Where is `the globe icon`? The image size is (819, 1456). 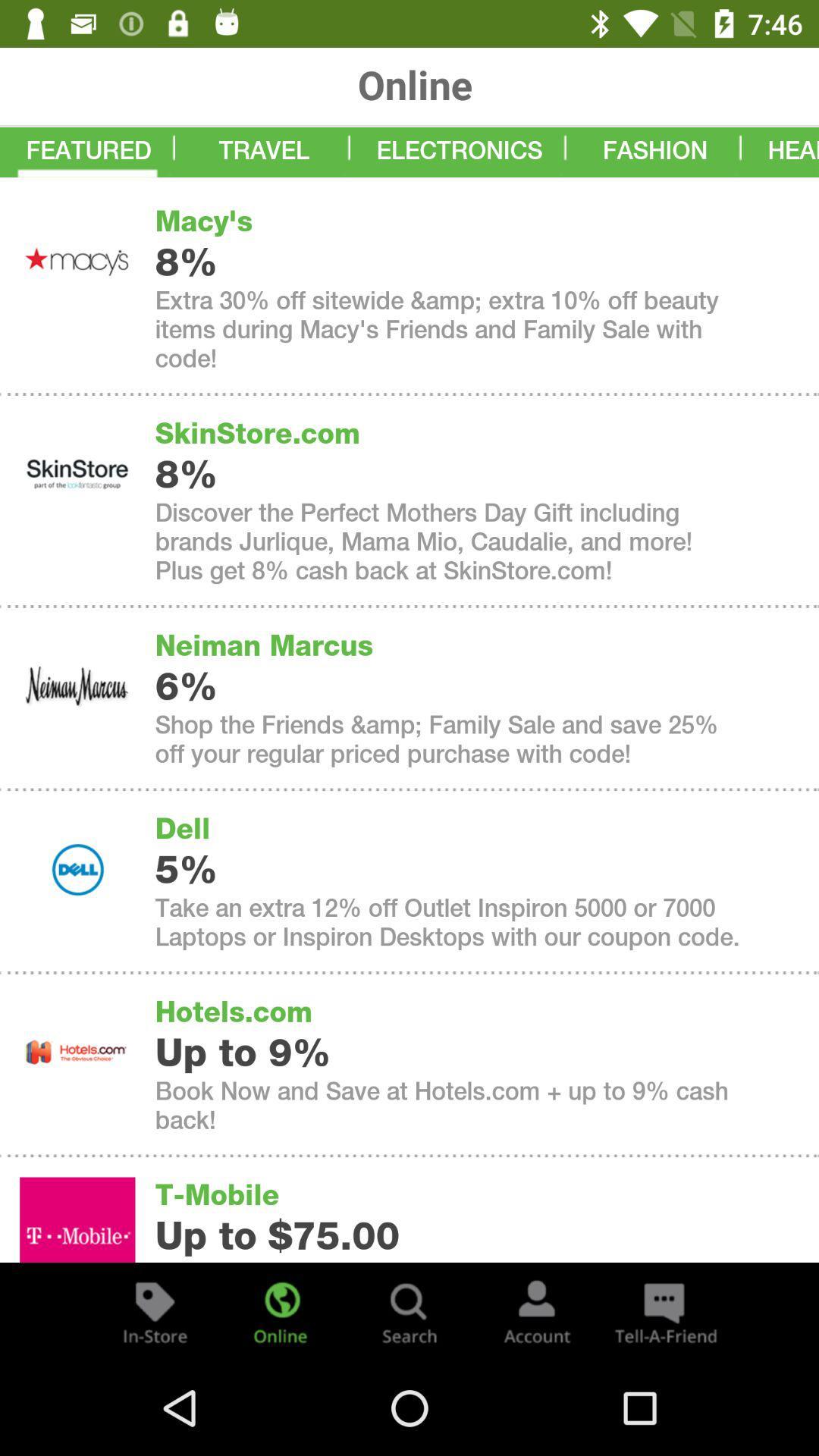 the globe icon is located at coordinates (281, 1310).